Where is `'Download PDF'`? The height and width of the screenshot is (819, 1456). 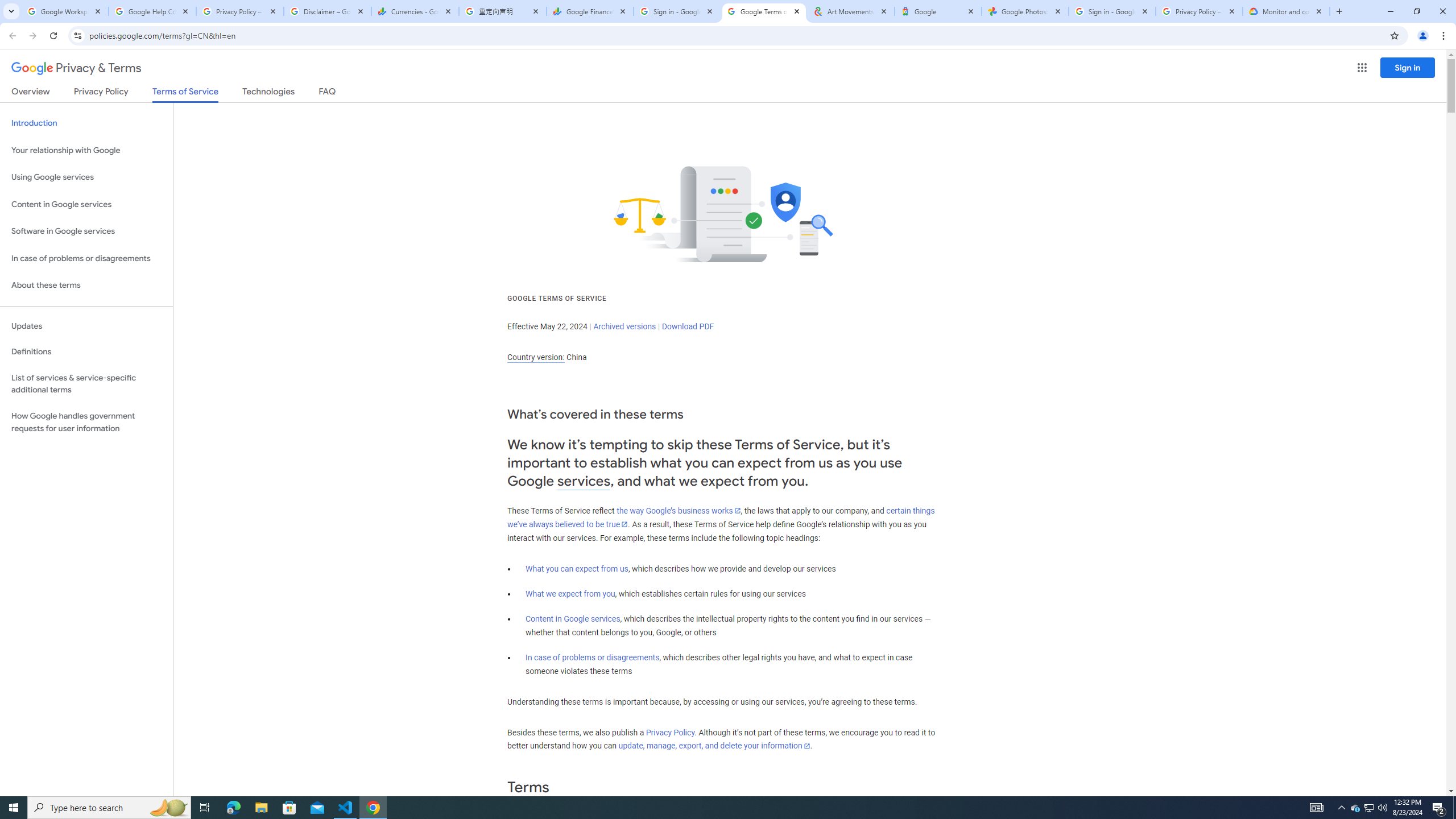
'Download PDF' is located at coordinates (687, 325).